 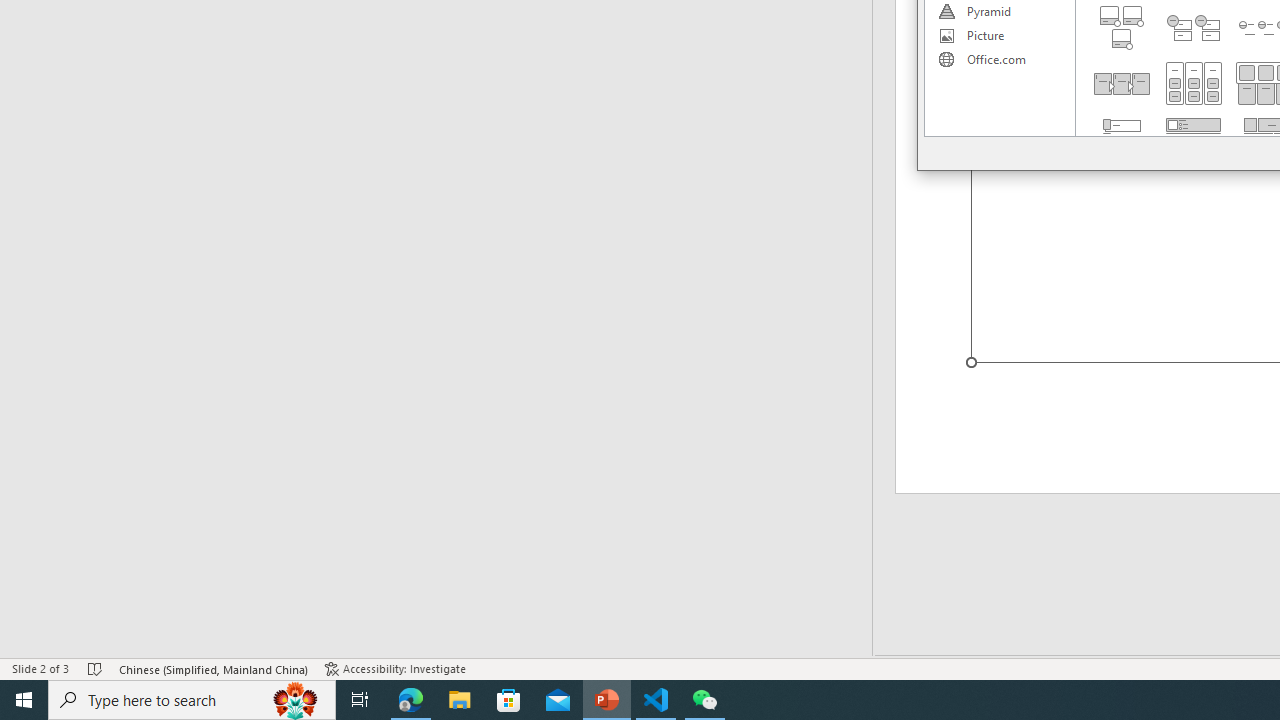 What do you see at coordinates (294, 698) in the screenshot?
I see `'Search highlights icon opens search home window'` at bounding box center [294, 698].